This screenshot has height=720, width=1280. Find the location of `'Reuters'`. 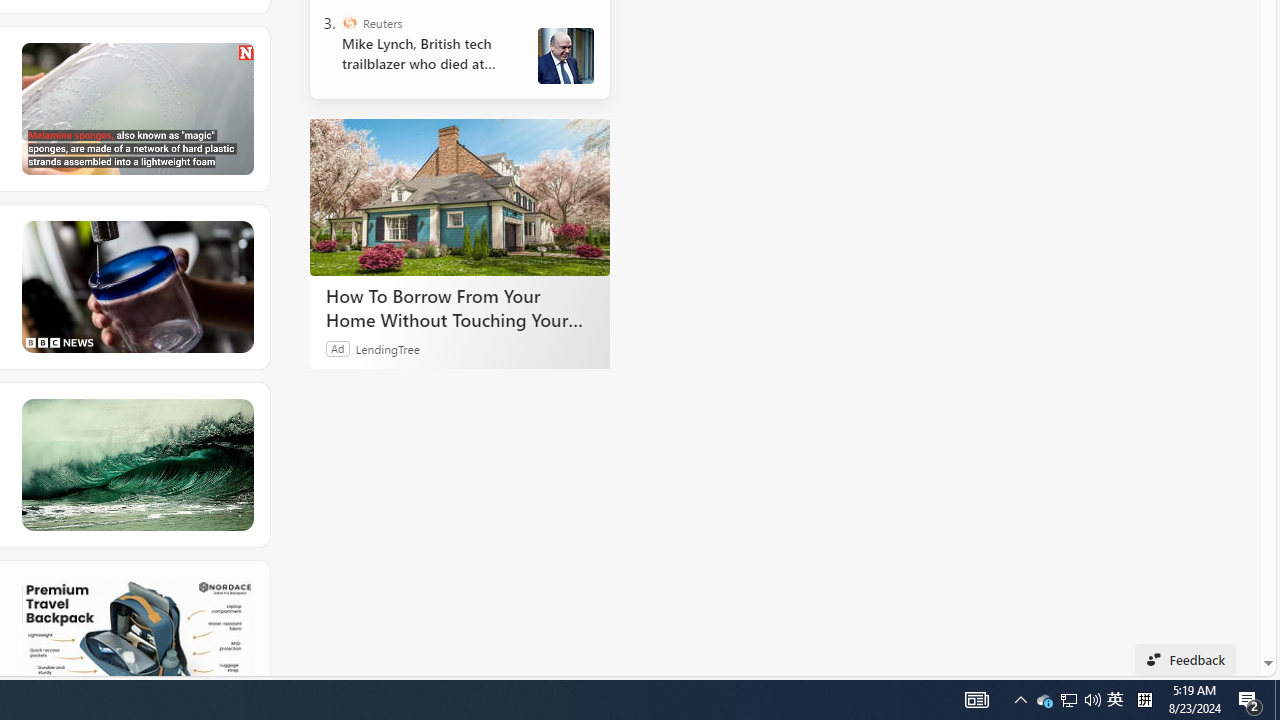

'Reuters' is located at coordinates (350, 23).